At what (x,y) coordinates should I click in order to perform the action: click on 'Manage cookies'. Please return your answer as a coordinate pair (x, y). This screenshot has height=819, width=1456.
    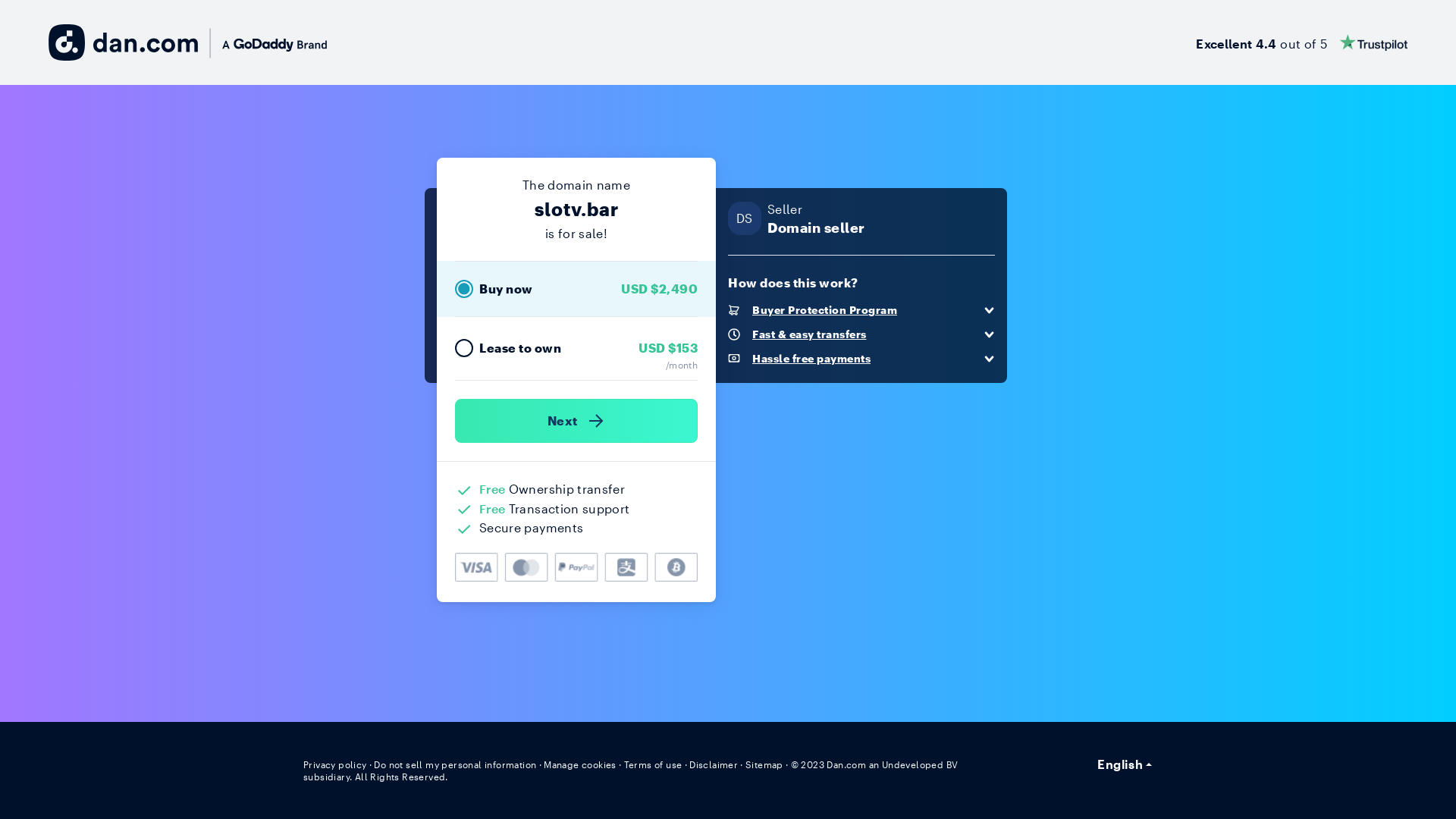
    Looking at the image, I should click on (579, 764).